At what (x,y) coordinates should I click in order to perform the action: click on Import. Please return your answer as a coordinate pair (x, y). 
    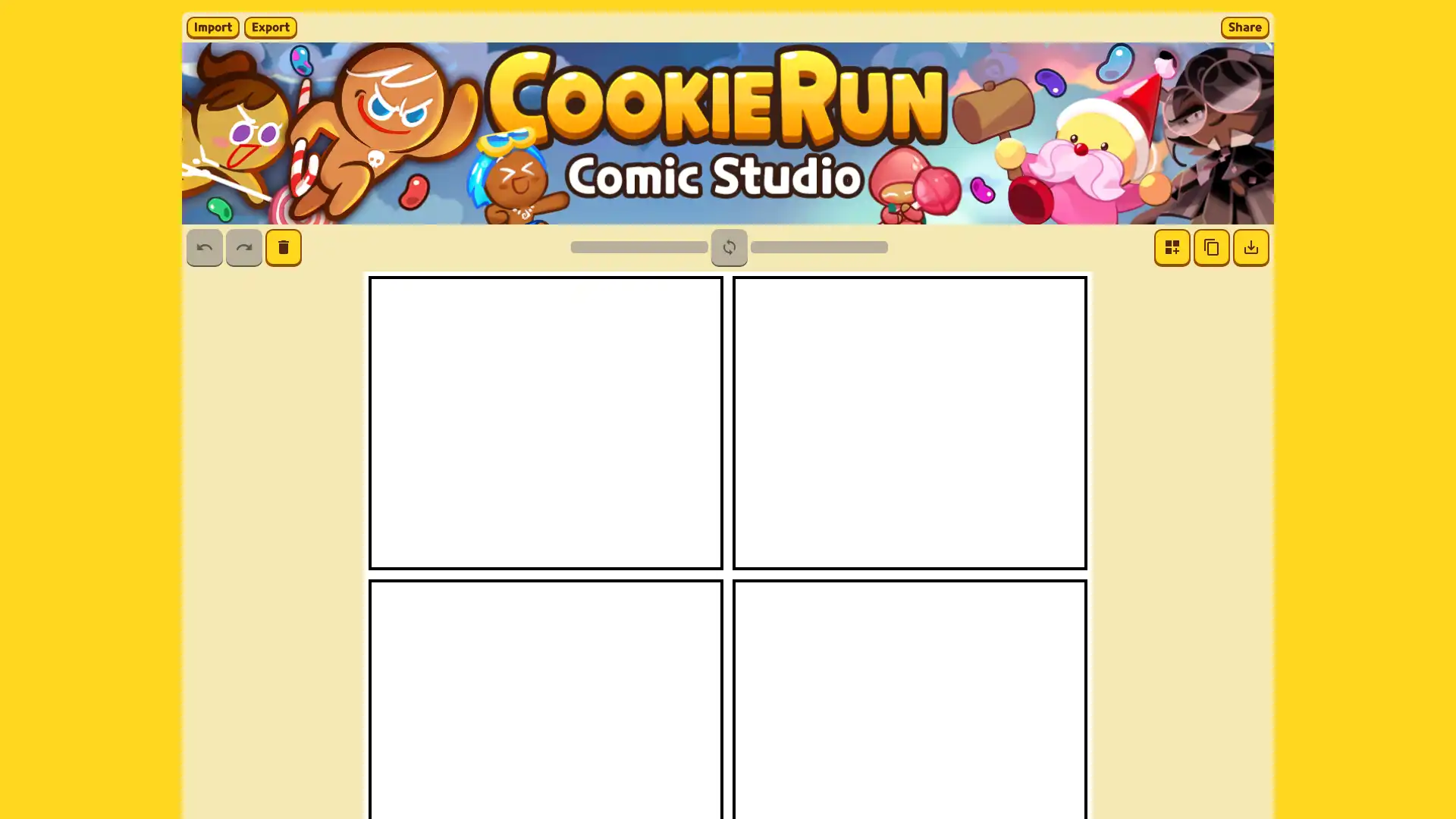
    Looking at the image, I should click on (212, 27).